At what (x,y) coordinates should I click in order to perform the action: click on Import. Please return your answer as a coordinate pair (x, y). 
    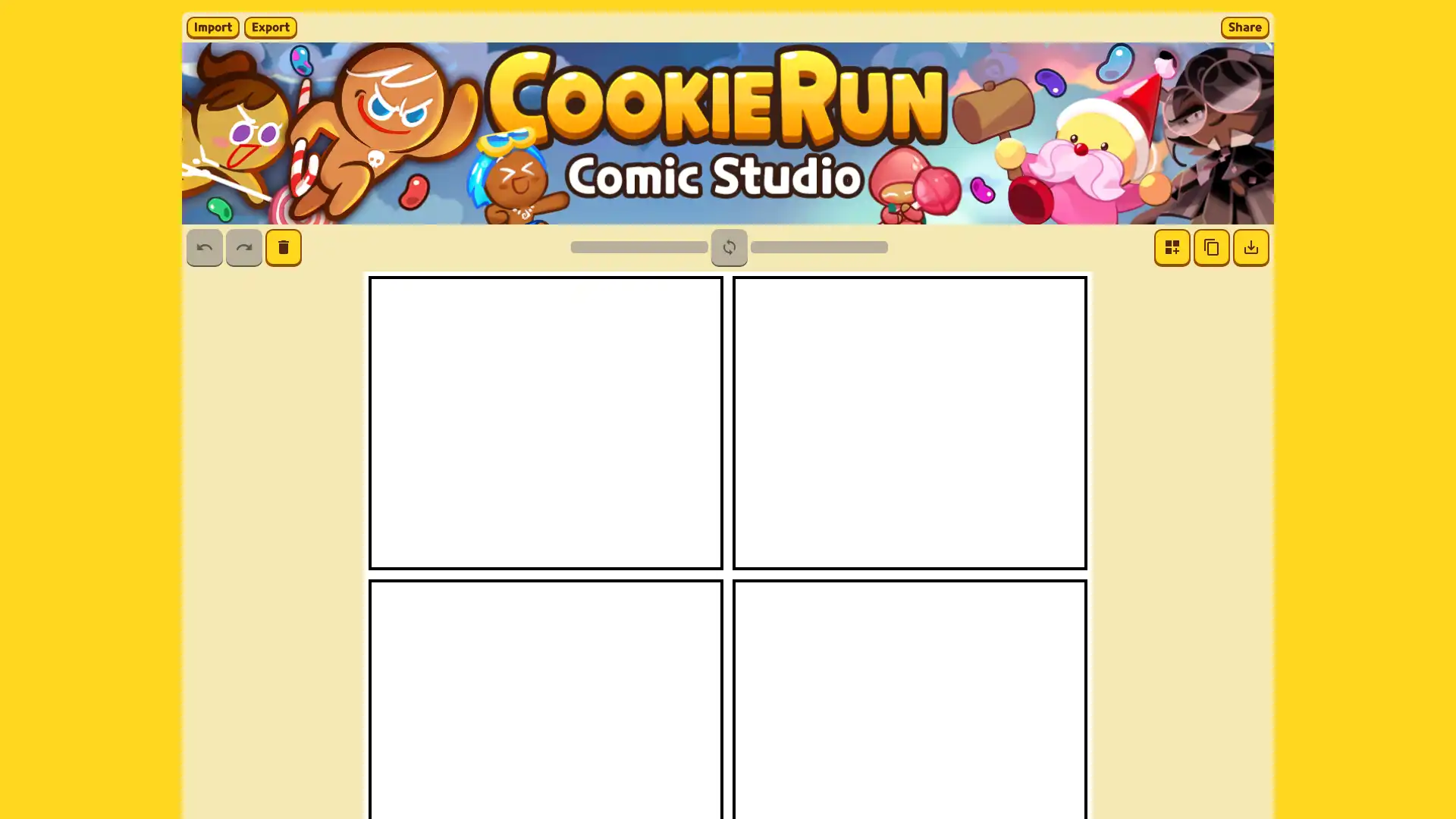
    Looking at the image, I should click on (212, 27).